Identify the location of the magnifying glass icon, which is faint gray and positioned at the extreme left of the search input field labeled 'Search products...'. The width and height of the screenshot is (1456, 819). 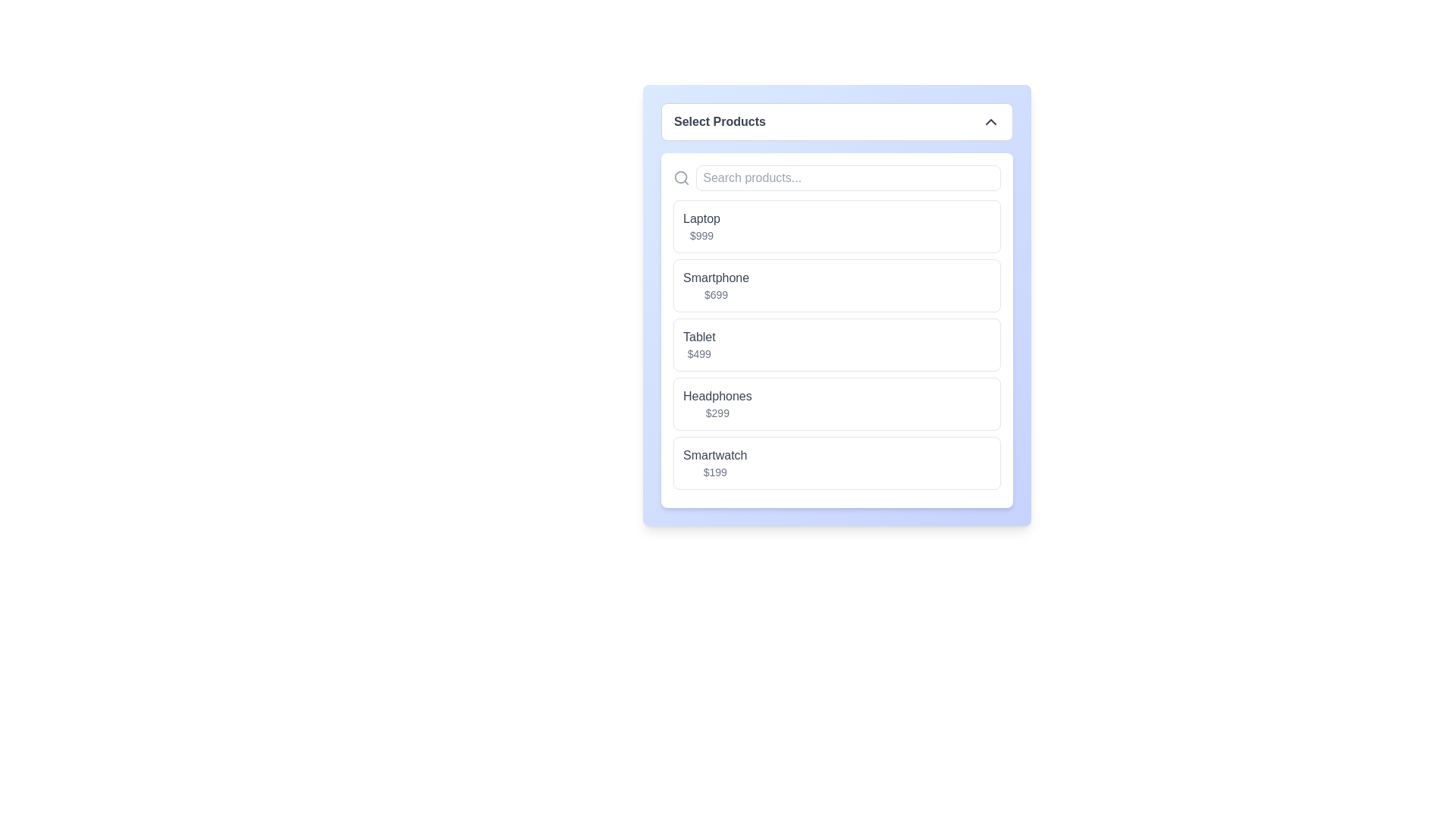
(681, 177).